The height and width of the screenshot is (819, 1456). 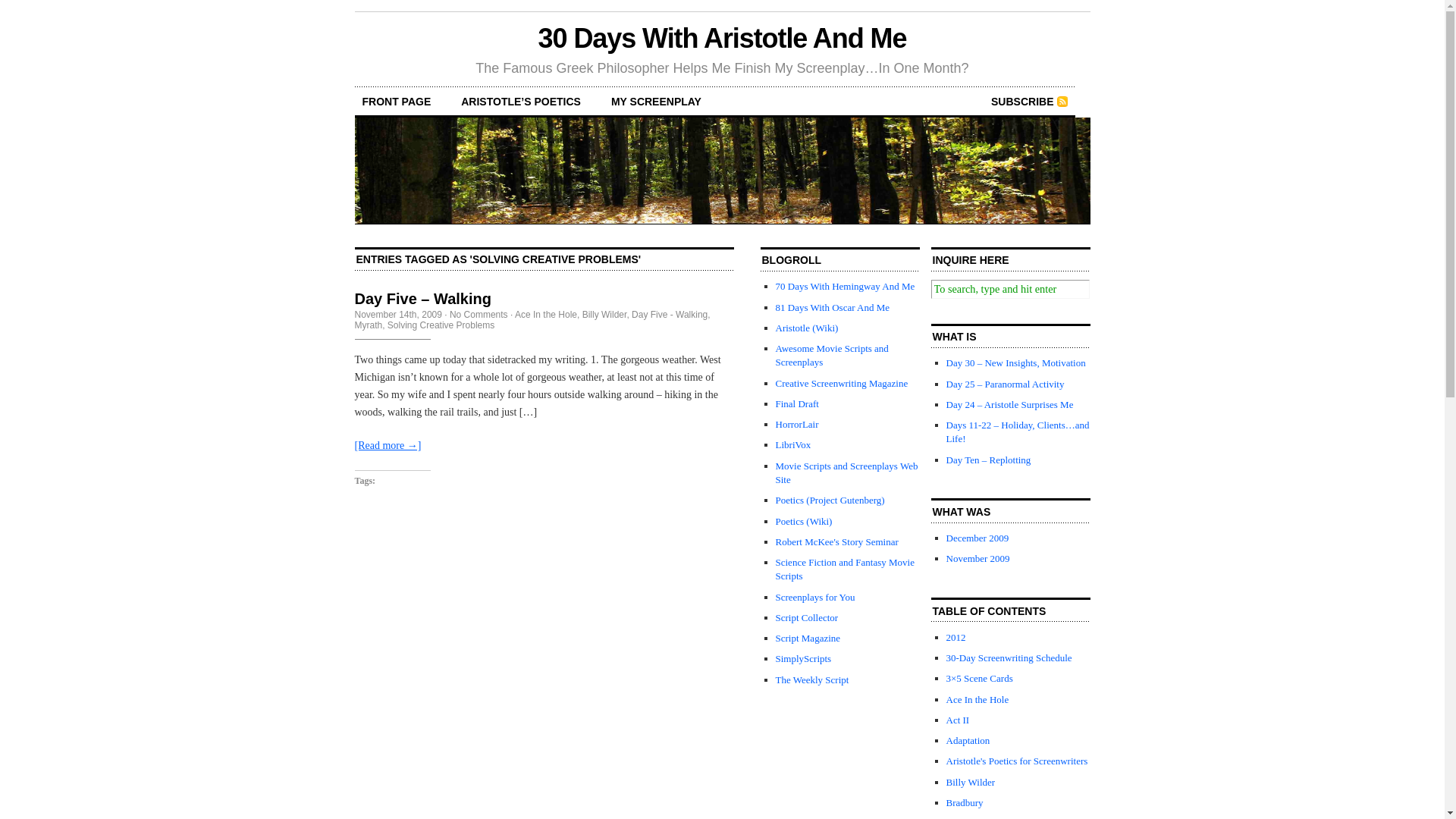 What do you see at coordinates (792, 444) in the screenshot?
I see `'LibriVox'` at bounding box center [792, 444].